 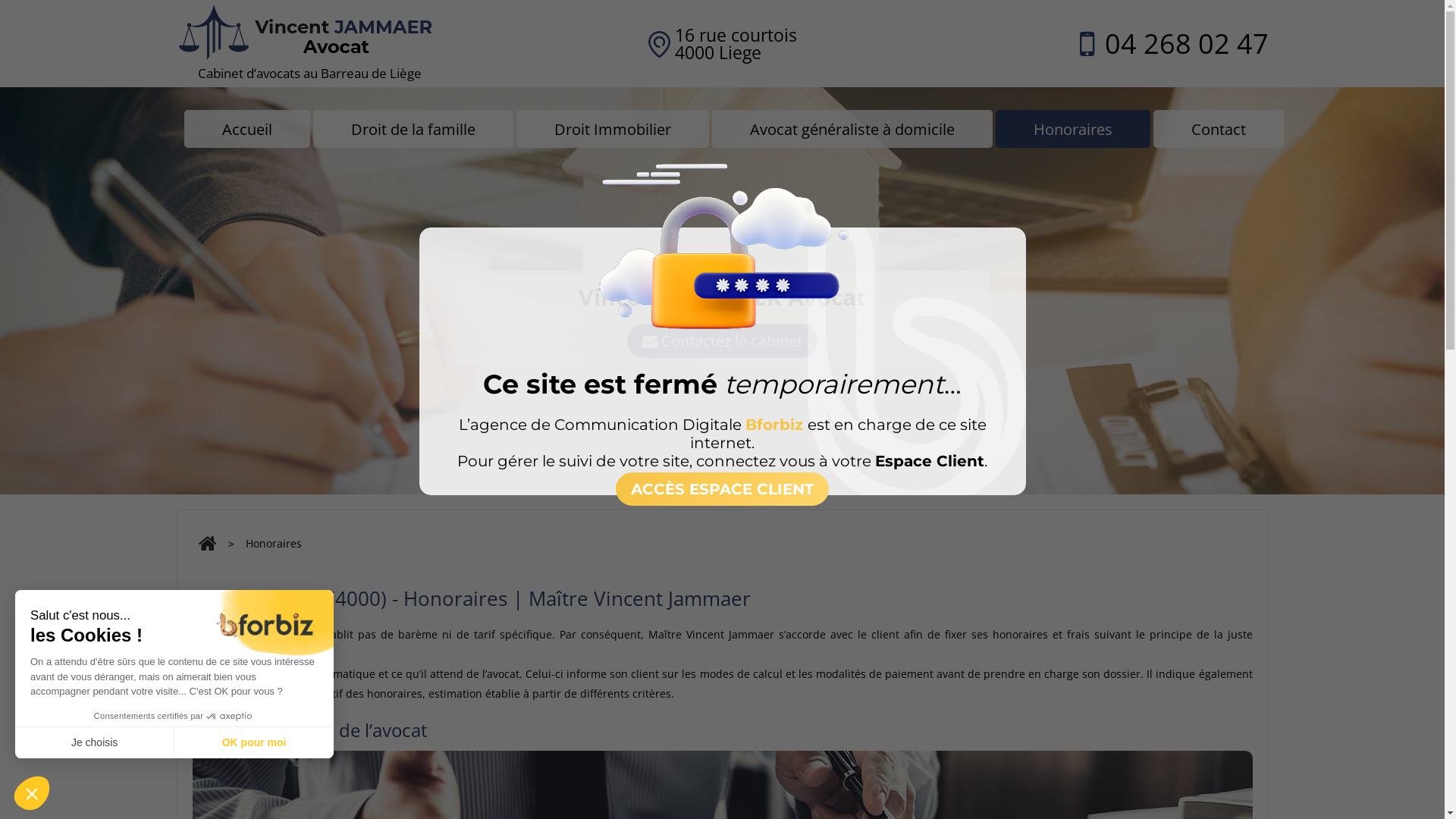 I want to click on 'Contactez le cabinet', so click(x=626, y=340).